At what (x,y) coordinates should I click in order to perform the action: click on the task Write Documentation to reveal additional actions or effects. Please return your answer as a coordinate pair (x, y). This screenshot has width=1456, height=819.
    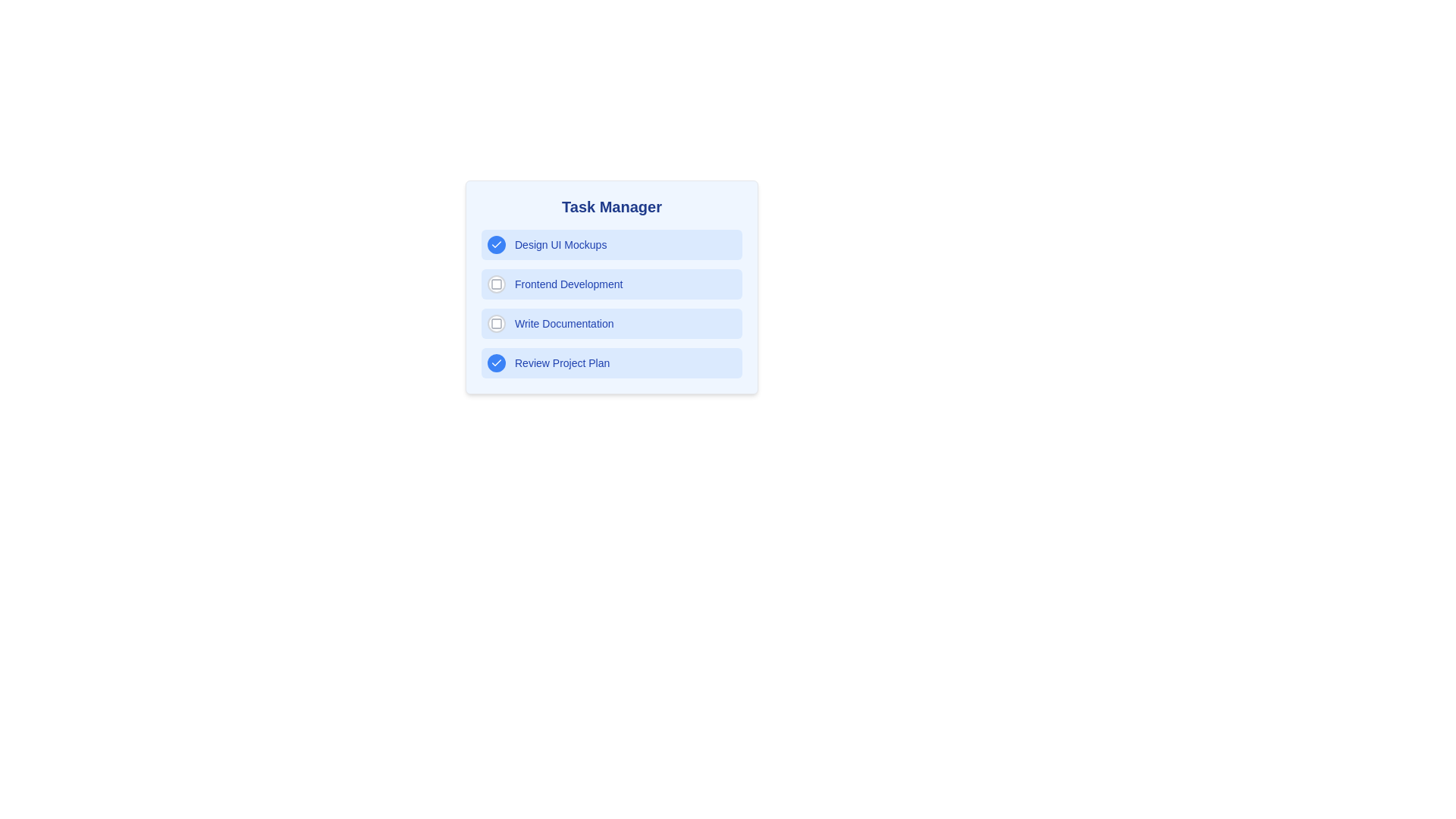
    Looking at the image, I should click on (611, 323).